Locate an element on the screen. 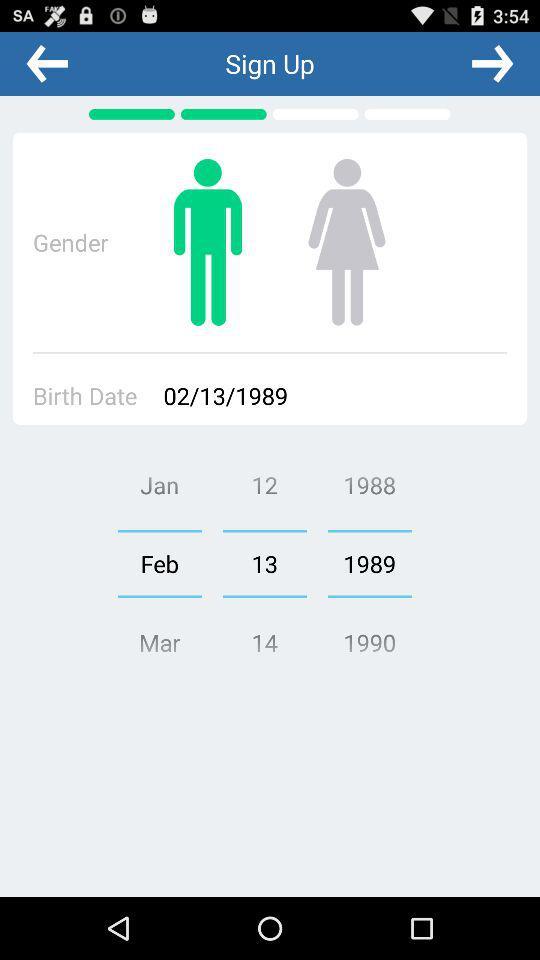  female gender is located at coordinates (345, 241).